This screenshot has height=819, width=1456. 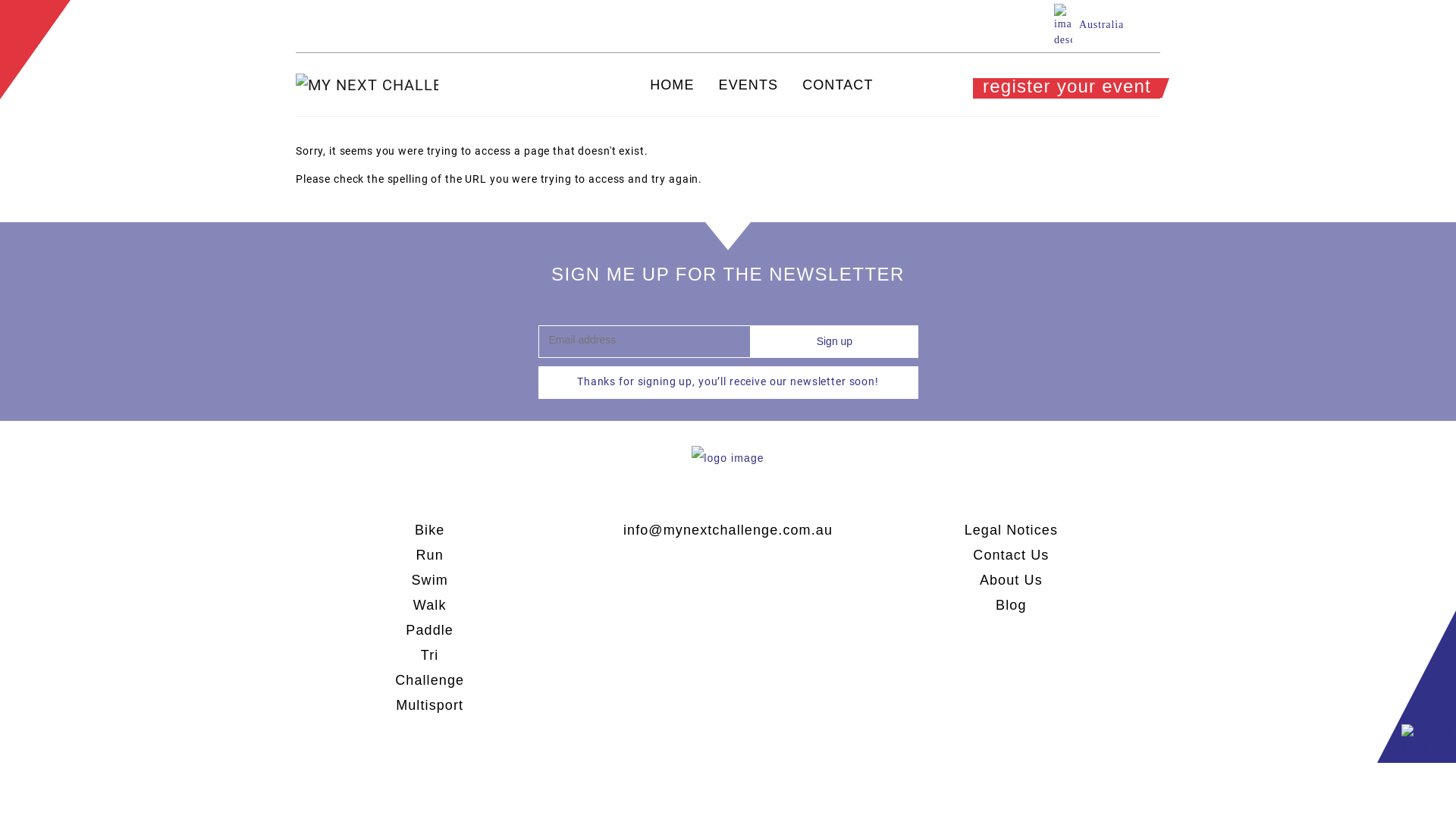 What do you see at coordinates (748, 86) in the screenshot?
I see `'EVENTS'` at bounding box center [748, 86].